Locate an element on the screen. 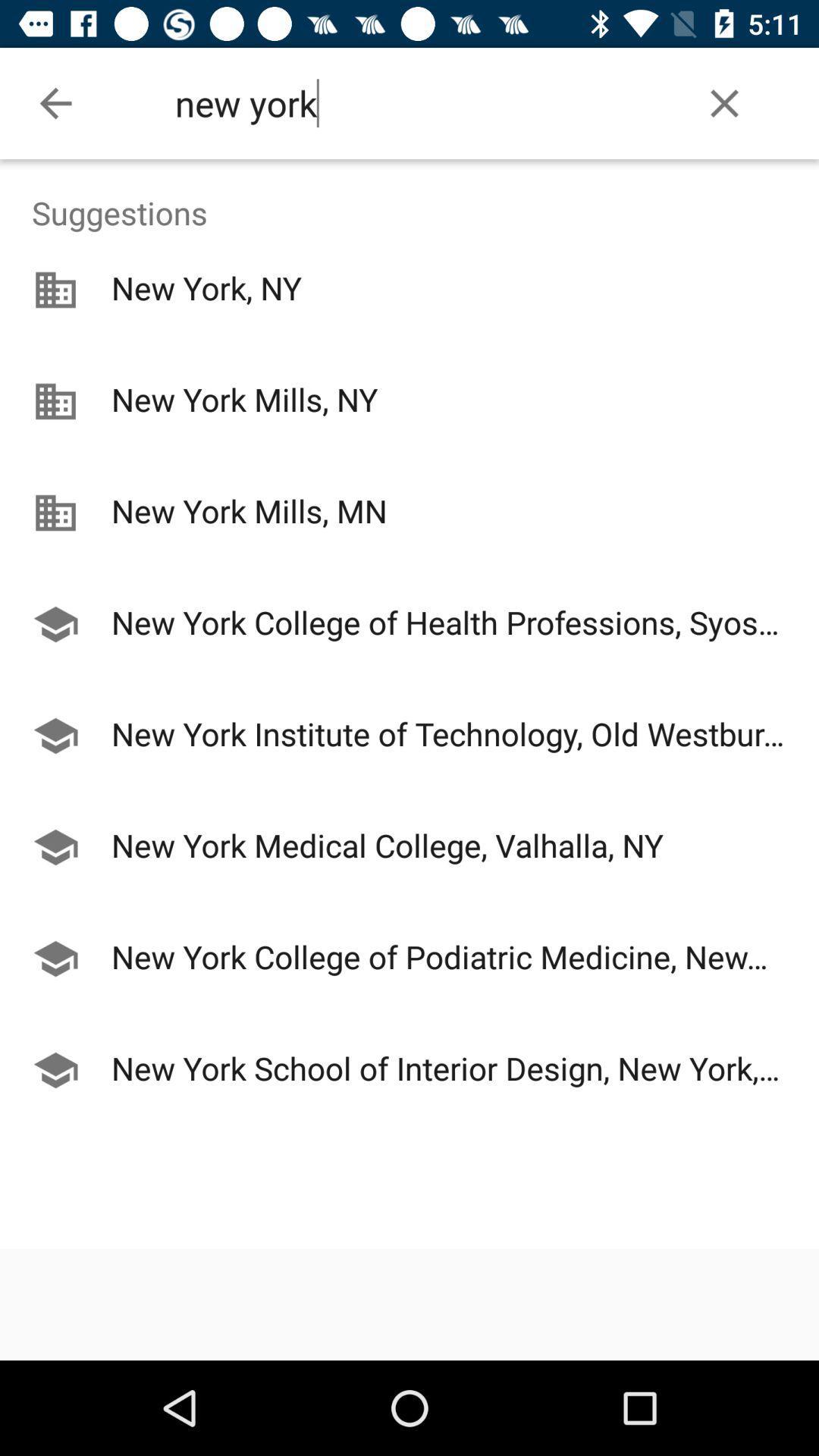 The height and width of the screenshot is (1456, 819). the item above the new york college item is located at coordinates (409, 569).